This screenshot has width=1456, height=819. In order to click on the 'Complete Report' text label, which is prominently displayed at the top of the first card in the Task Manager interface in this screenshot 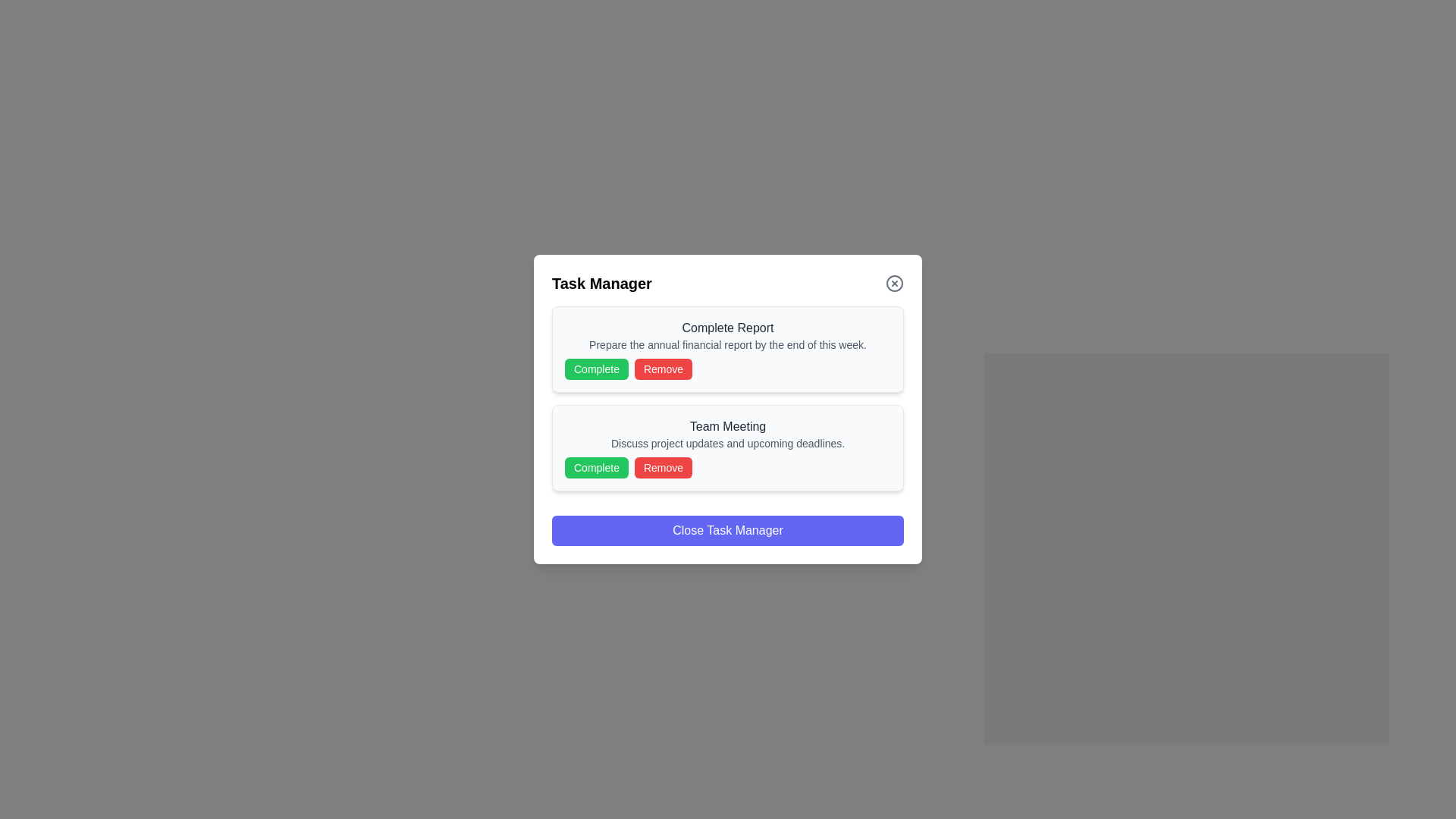, I will do `click(728, 327)`.